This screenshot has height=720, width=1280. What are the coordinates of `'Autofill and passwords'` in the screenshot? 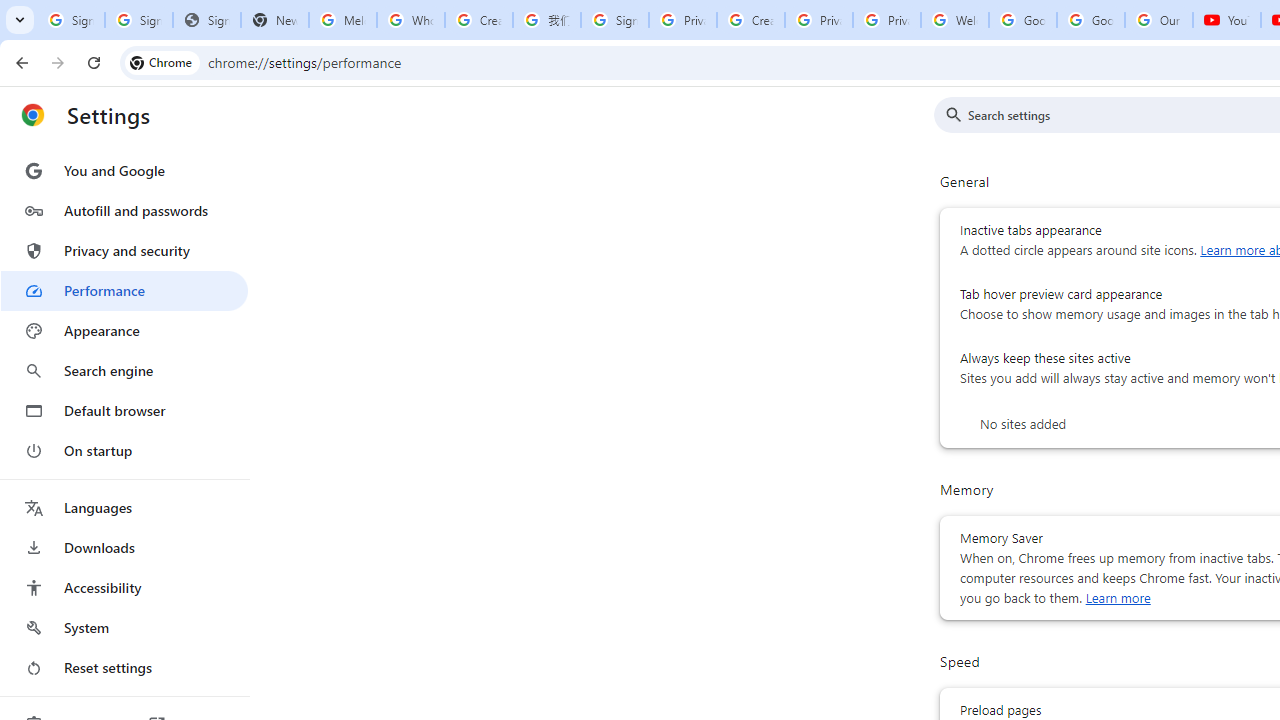 It's located at (123, 210).